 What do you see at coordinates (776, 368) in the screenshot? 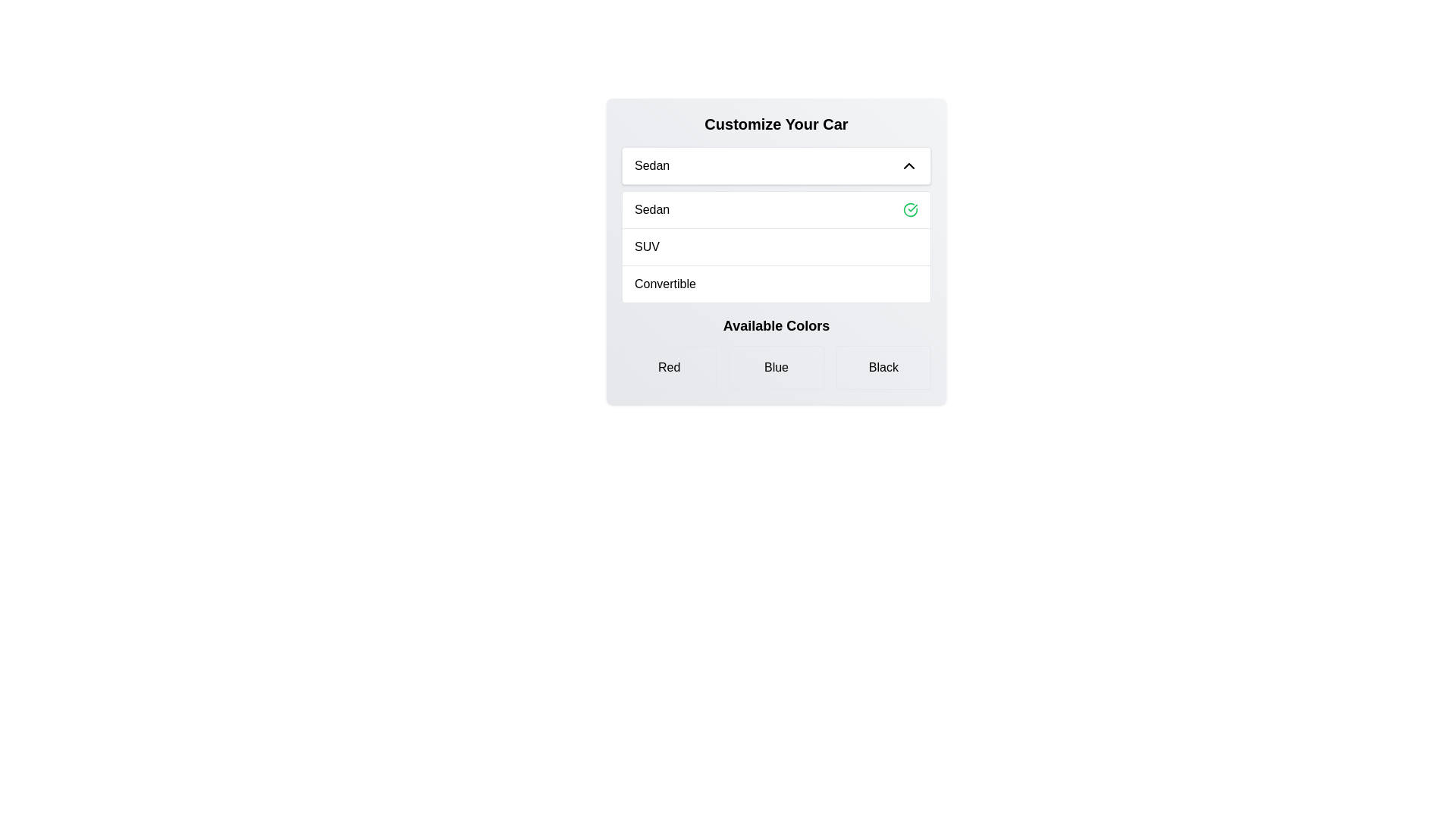
I see `the 'Blue' button, which is a rectangular button with a light gray background and centered black text, positioned as the second option in the 'Available Colors' group` at bounding box center [776, 368].